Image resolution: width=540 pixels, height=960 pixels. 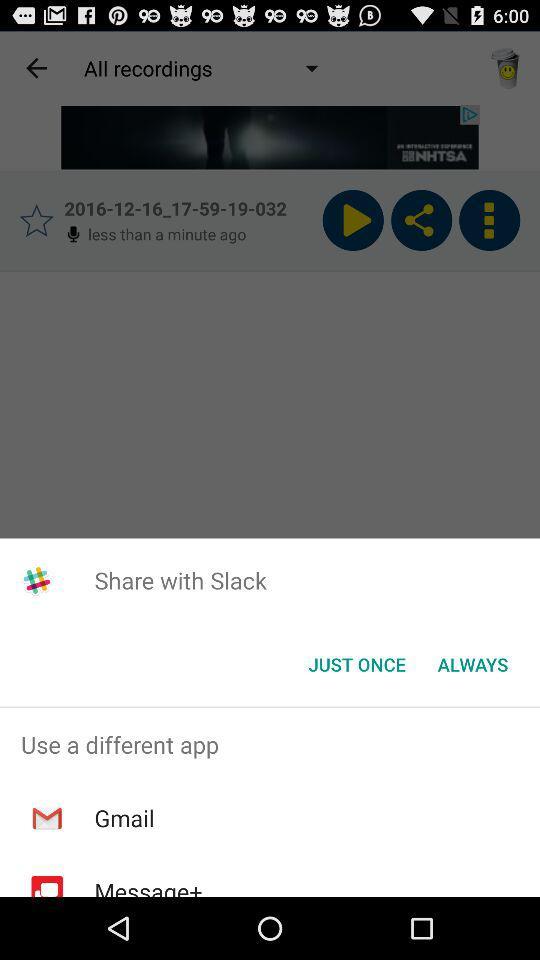 I want to click on icon below the use a different item, so click(x=124, y=818).